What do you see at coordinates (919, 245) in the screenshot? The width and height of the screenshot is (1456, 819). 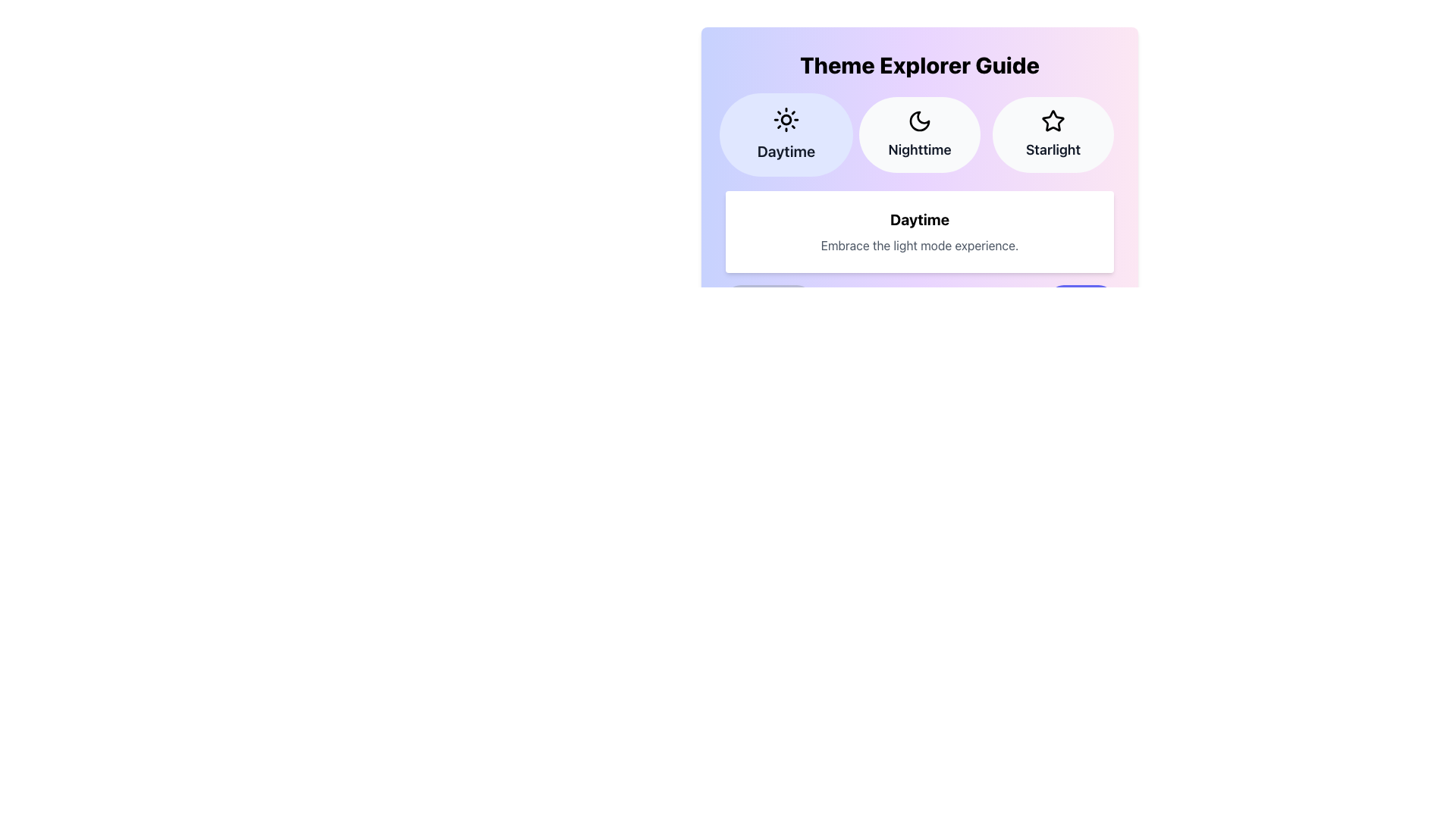 I see `the descriptive text element that says 'Embrace the light mode experience.' which is styled in light gray and located below the 'Daytime' heading` at bounding box center [919, 245].